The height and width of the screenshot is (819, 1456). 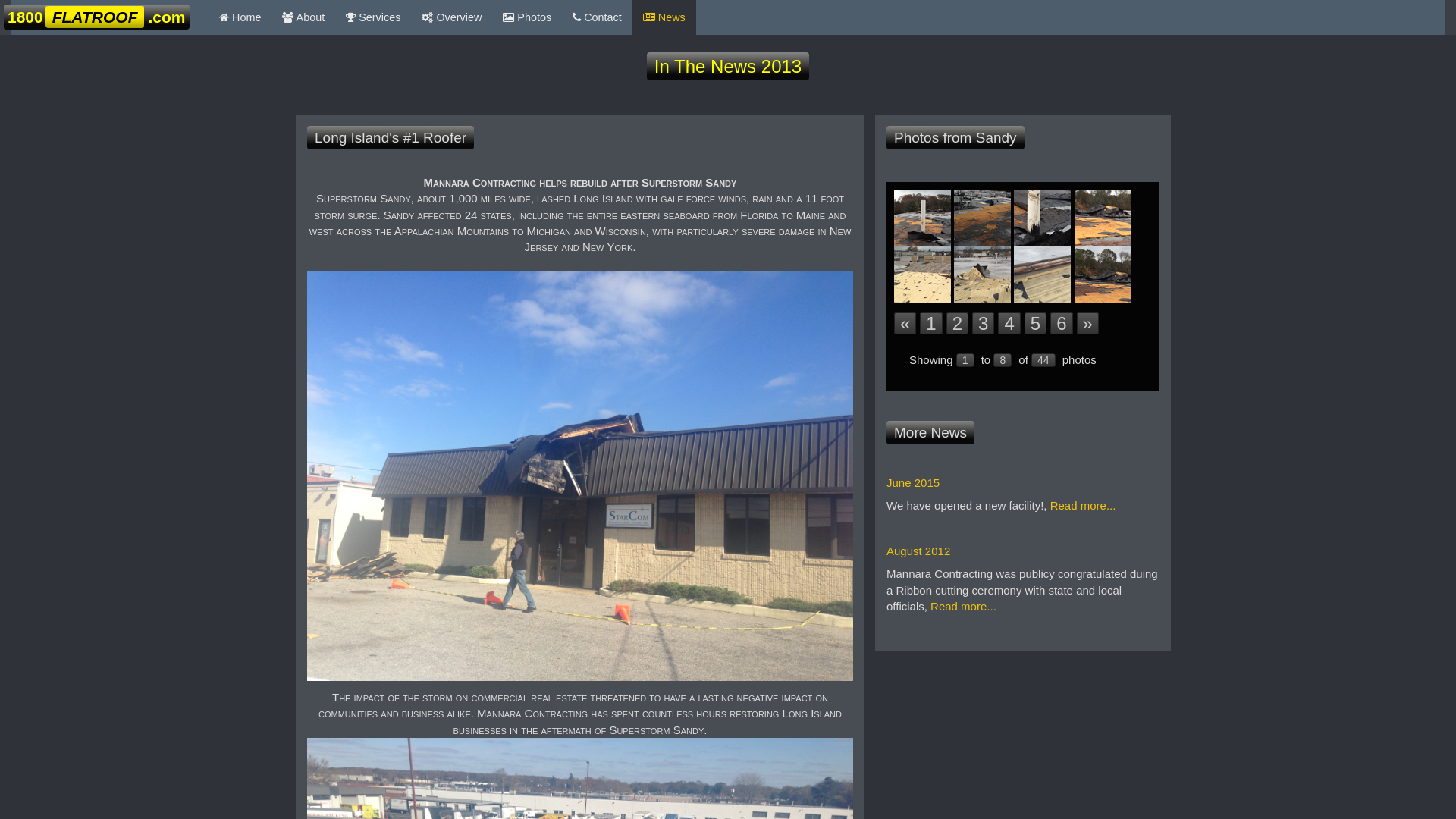 I want to click on '1800Flatroof.com on the  job', so click(x=984, y=216).